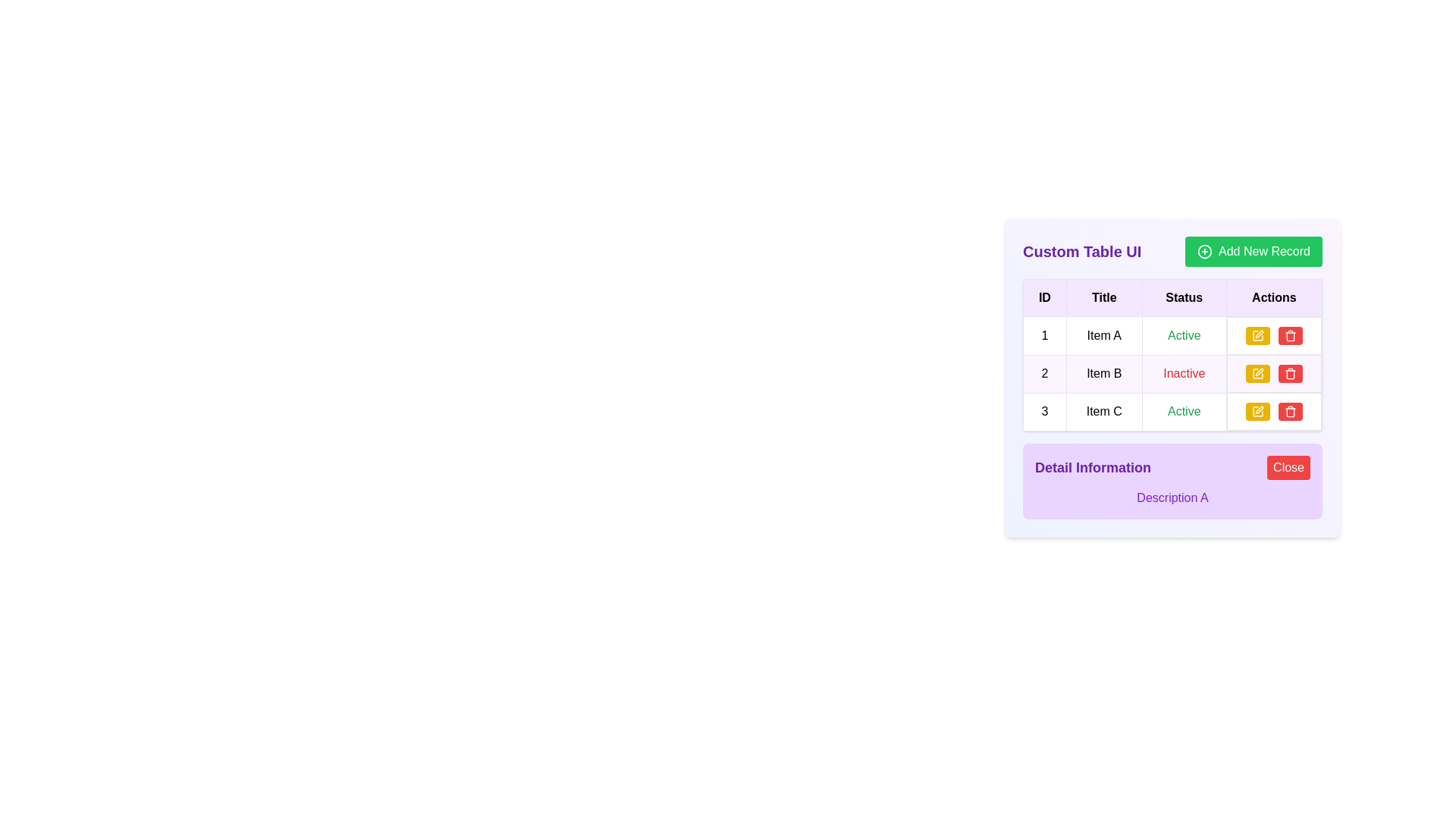 The width and height of the screenshot is (1456, 819). What do you see at coordinates (1257, 374) in the screenshot?
I see `the Icon Button in the 'Actions' column next to 'Item B'` at bounding box center [1257, 374].